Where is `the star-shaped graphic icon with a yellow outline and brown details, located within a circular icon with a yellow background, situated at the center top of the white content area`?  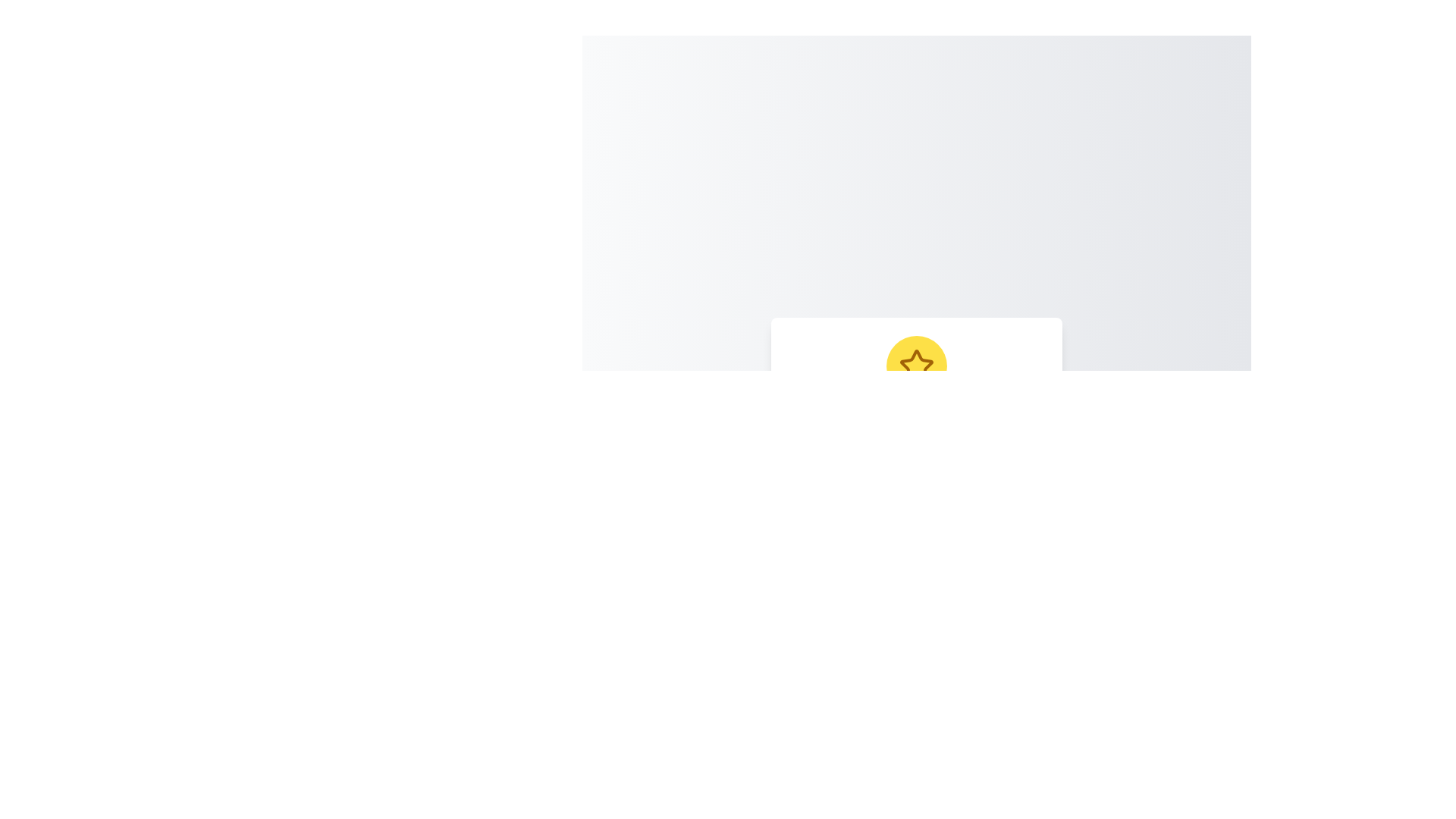 the star-shaped graphic icon with a yellow outline and brown details, located within a circular icon with a yellow background, situated at the center top of the white content area is located at coordinates (916, 366).